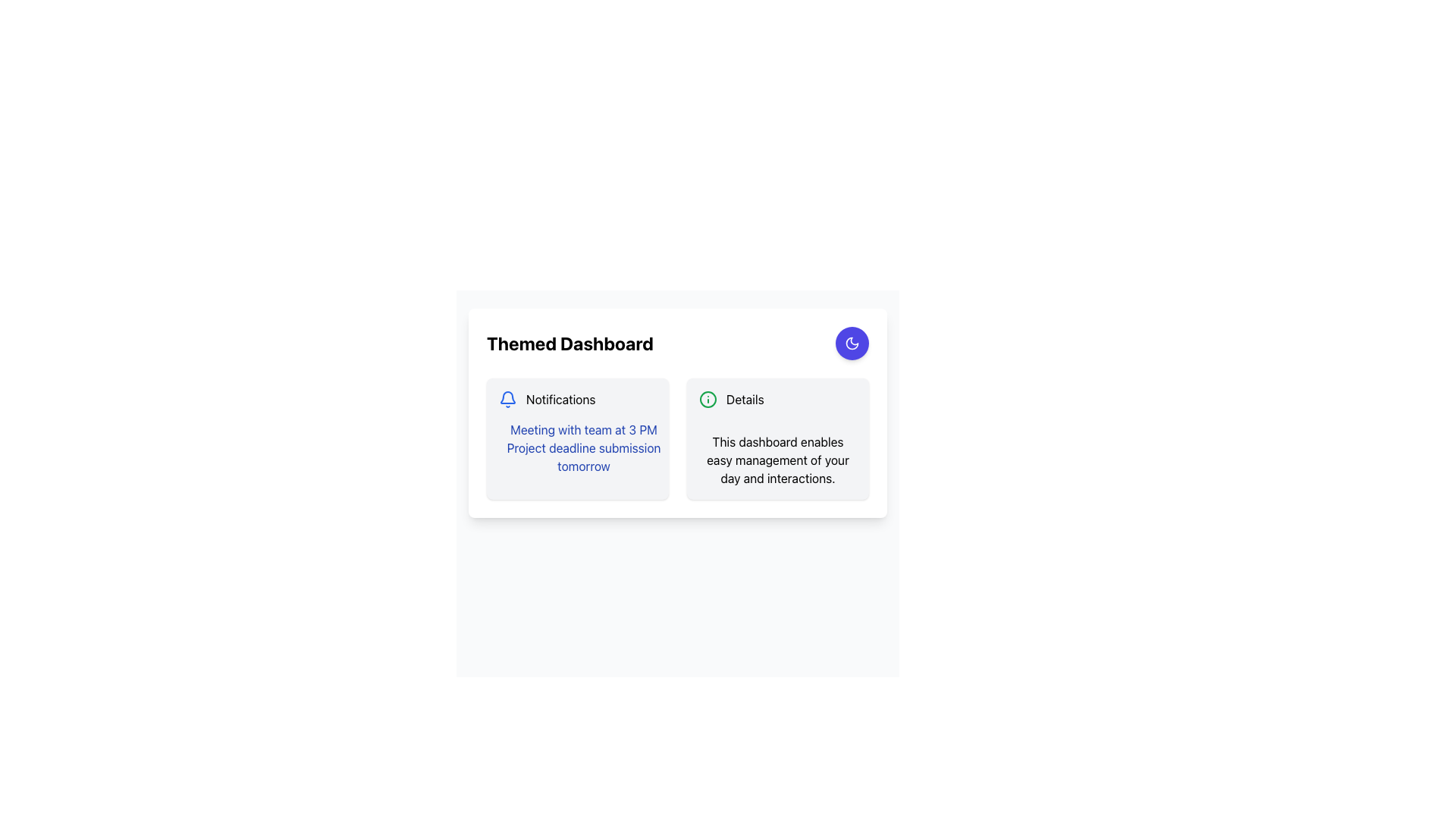 This screenshot has height=819, width=1456. What do you see at coordinates (577, 447) in the screenshot?
I see `the Text Content that displays notifications or updates related to the user's tasks or schedule, which is centrally positioned below the 'Notifications' title and icon` at bounding box center [577, 447].